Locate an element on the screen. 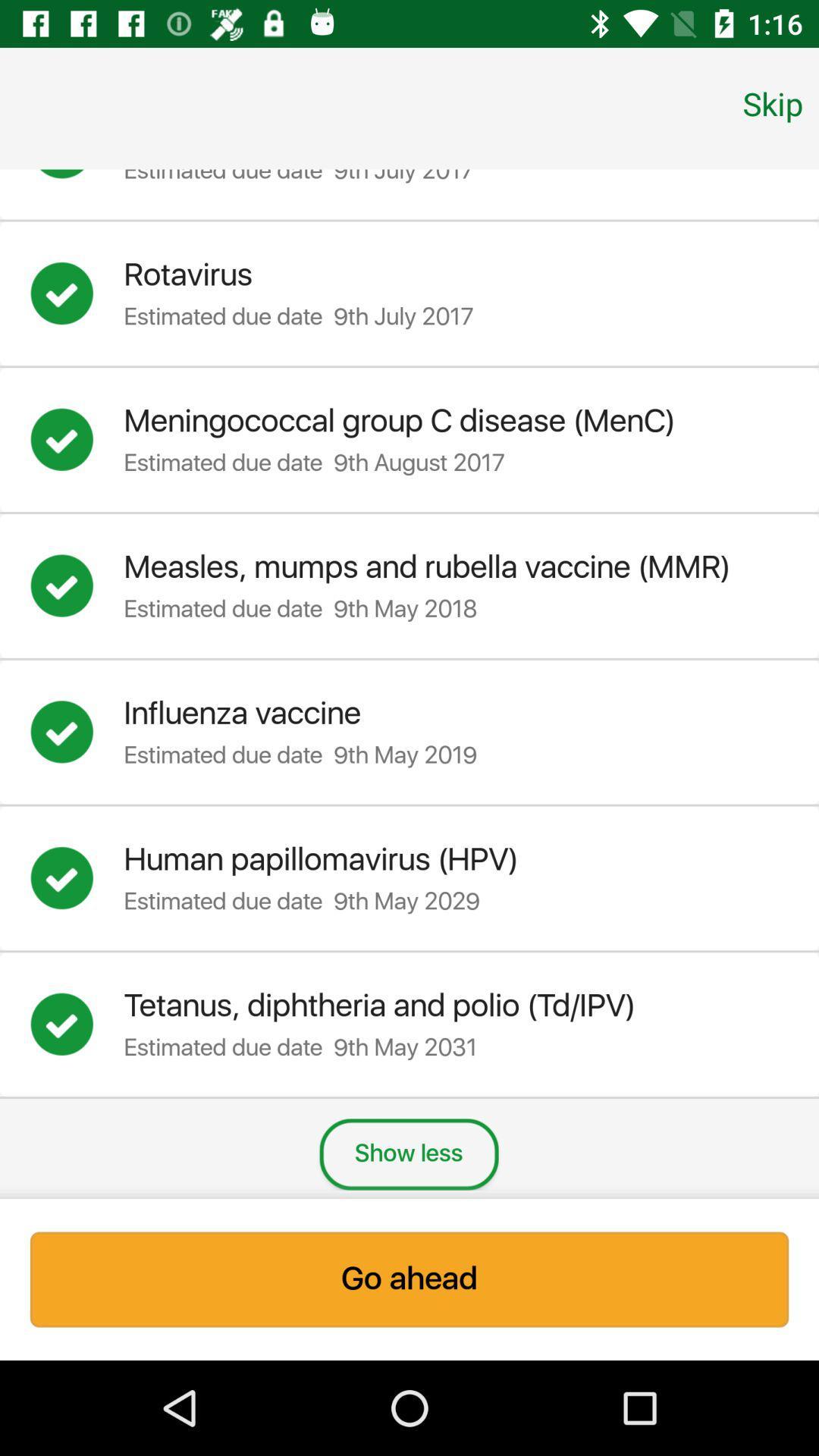  icon below the show less item is located at coordinates (409, 1279).